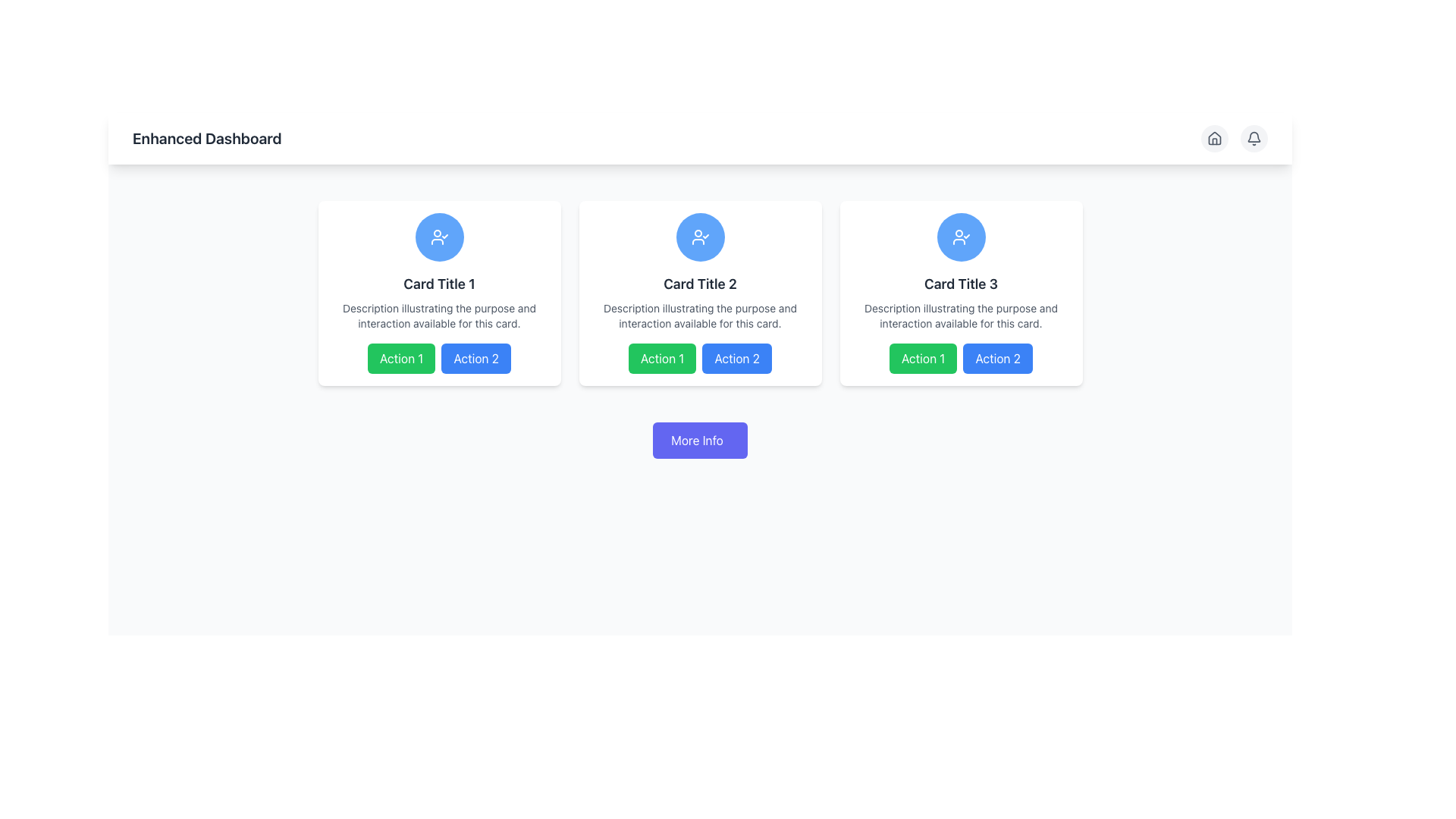 The width and height of the screenshot is (1456, 819). Describe the element at coordinates (206, 138) in the screenshot. I see `title text label located at the top-left corner of the dashboard page, which serves as a heading for immediate context` at that location.